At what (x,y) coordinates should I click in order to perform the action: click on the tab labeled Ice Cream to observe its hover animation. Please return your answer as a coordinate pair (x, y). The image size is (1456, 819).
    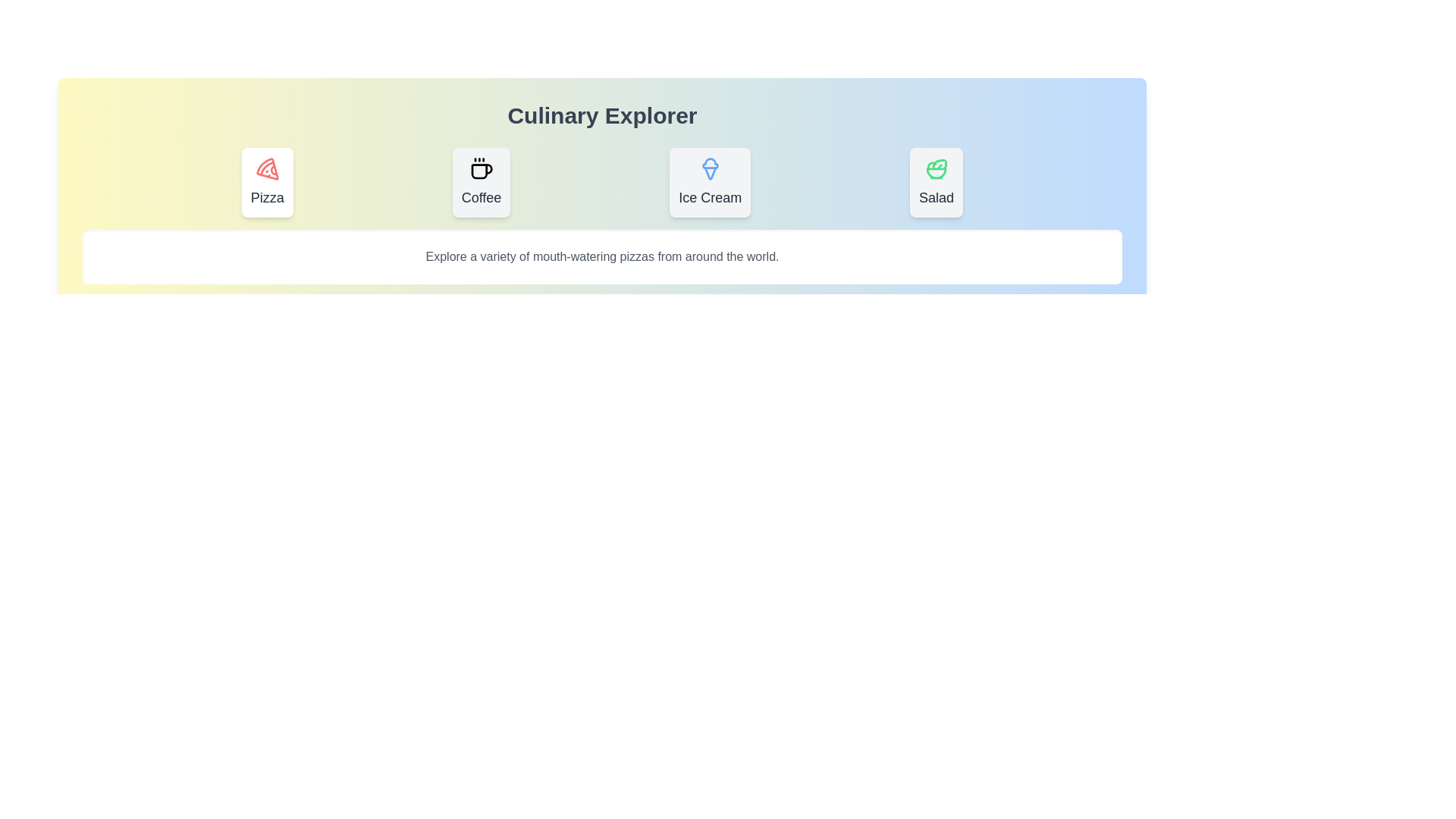
    Looking at the image, I should click on (709, 181).